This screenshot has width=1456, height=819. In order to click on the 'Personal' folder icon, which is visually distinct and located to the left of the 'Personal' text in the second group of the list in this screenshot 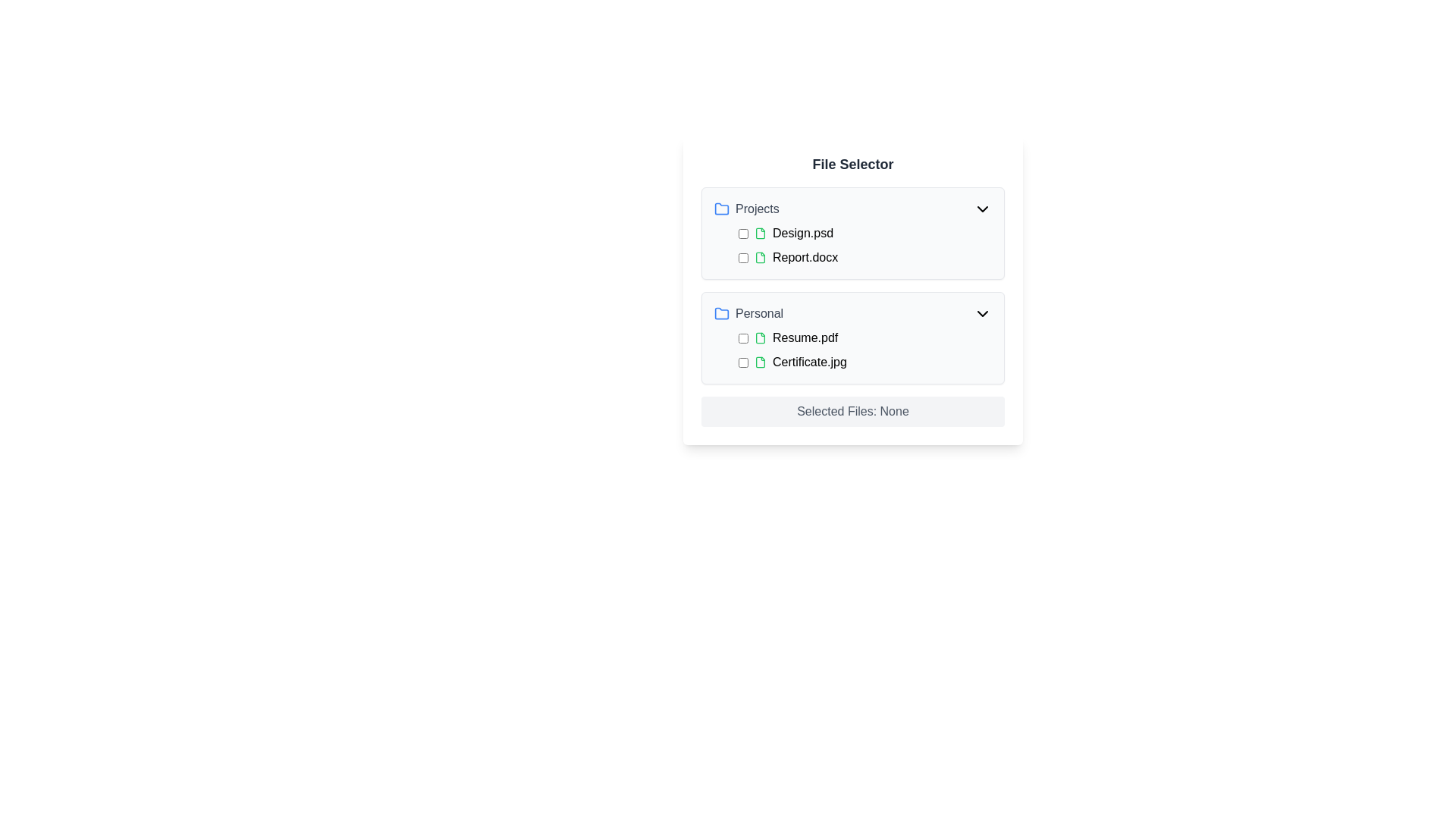, I will do `click(720, 312)`.